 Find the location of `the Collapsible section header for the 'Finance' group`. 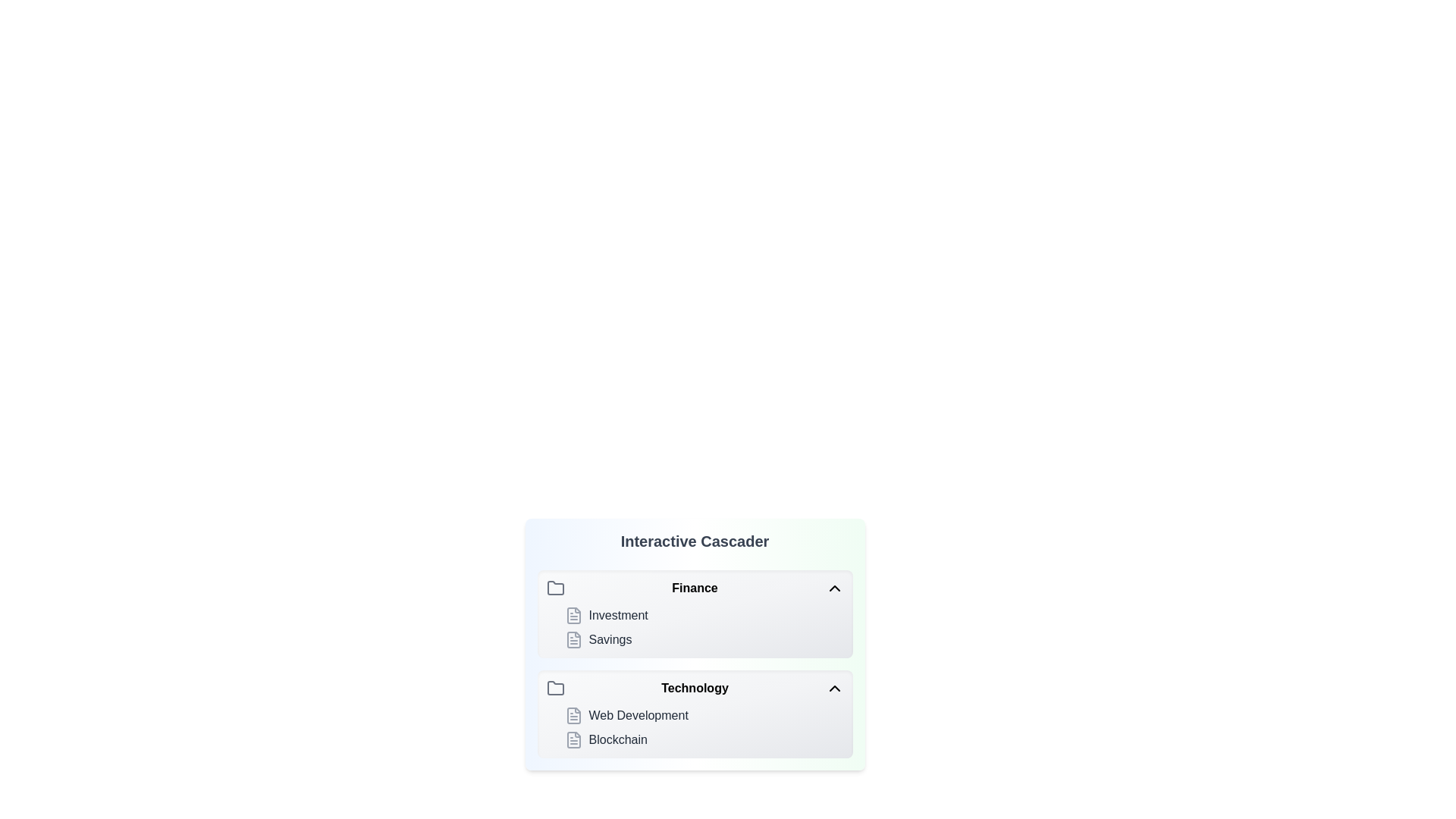

the Collapsible section header for the 'Finance' group is located at coordinates (694, 587).